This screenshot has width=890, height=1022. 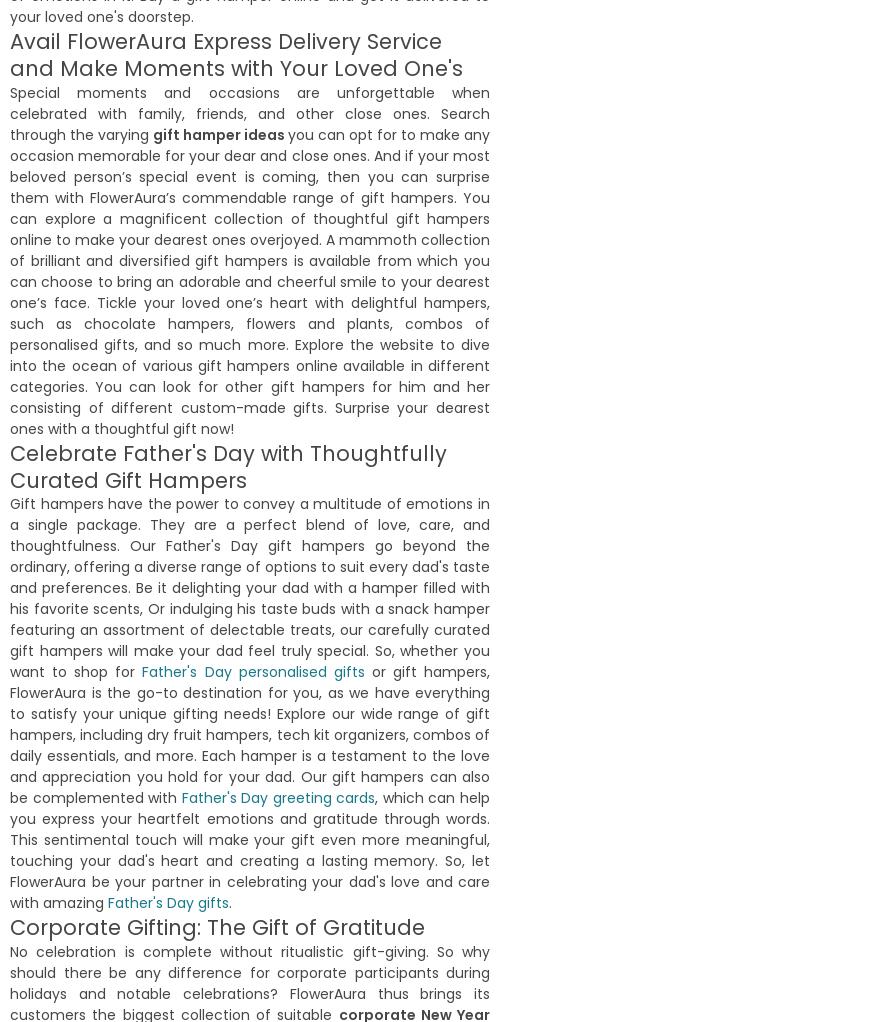 What do you see at coordinates (379, 317) in the screenshot?
I see `'26th September,2021'` at bounding box center [379, 317].